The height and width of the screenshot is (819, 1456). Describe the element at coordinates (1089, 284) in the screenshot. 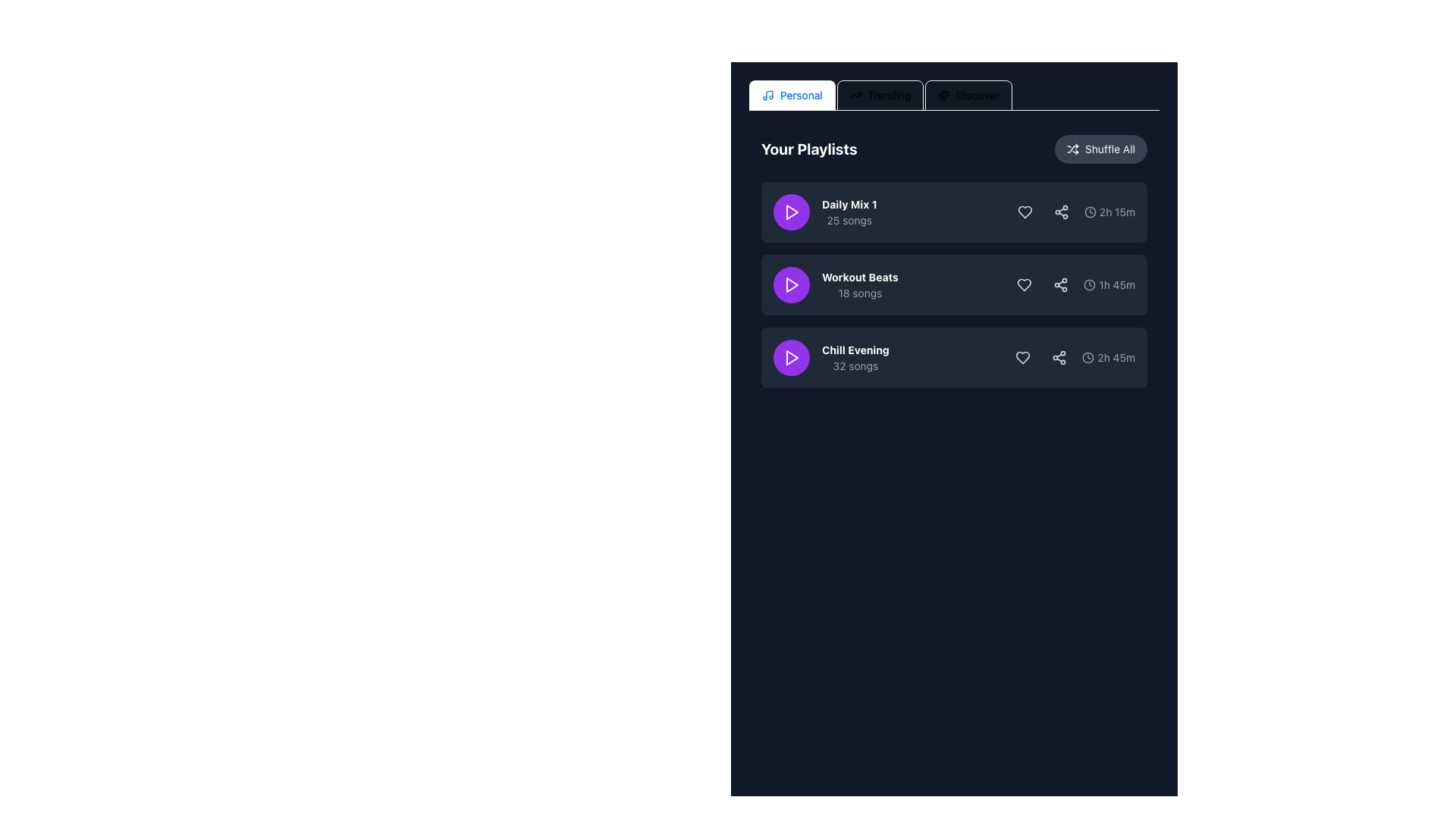

I see `the icon that visually represents the duration of the playlist, located to the right of the text '1h 45m' in the 'Workout Beats' list item` at that location.